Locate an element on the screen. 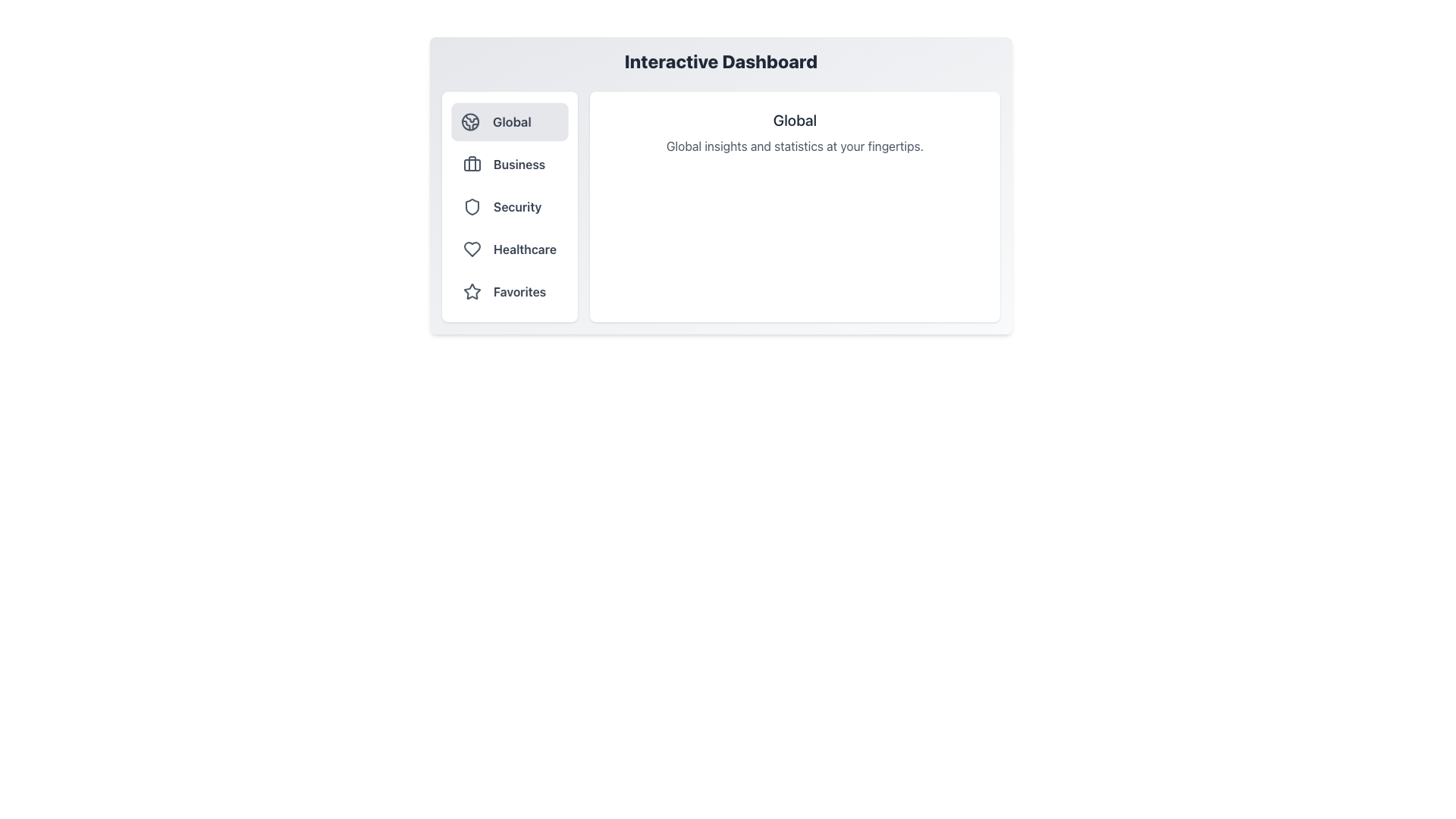 The width and height of the screenshot is (1456, 819). the shield-shaped icon with a gray outline located in the sidebar menu under the 'Security' section, positioned as the third item in the navigation list is located at coordinates (472, 207).